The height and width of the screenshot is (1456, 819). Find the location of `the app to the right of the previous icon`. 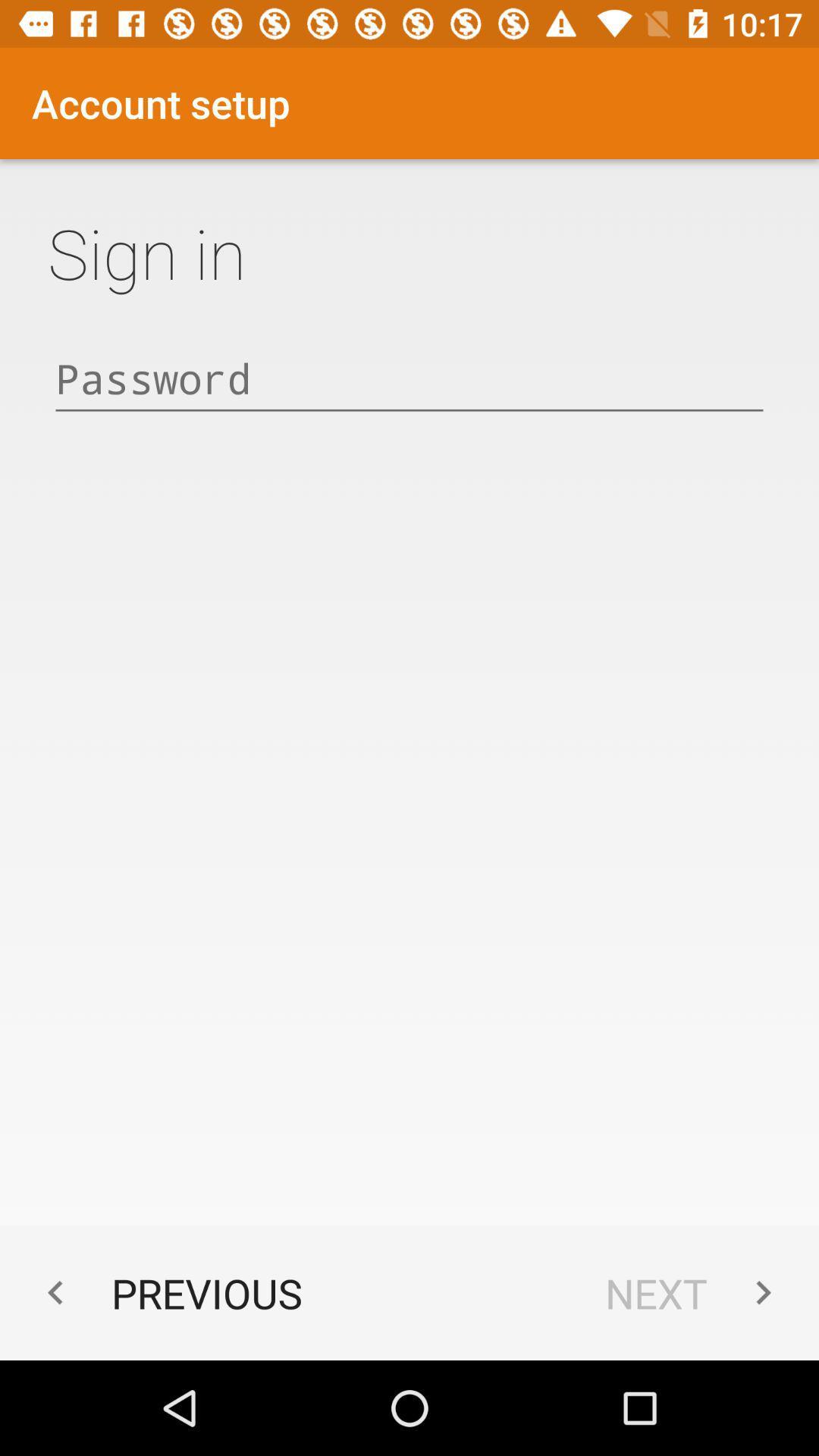

the app to the right of the previous icon is located at coordinates (696, 1292).